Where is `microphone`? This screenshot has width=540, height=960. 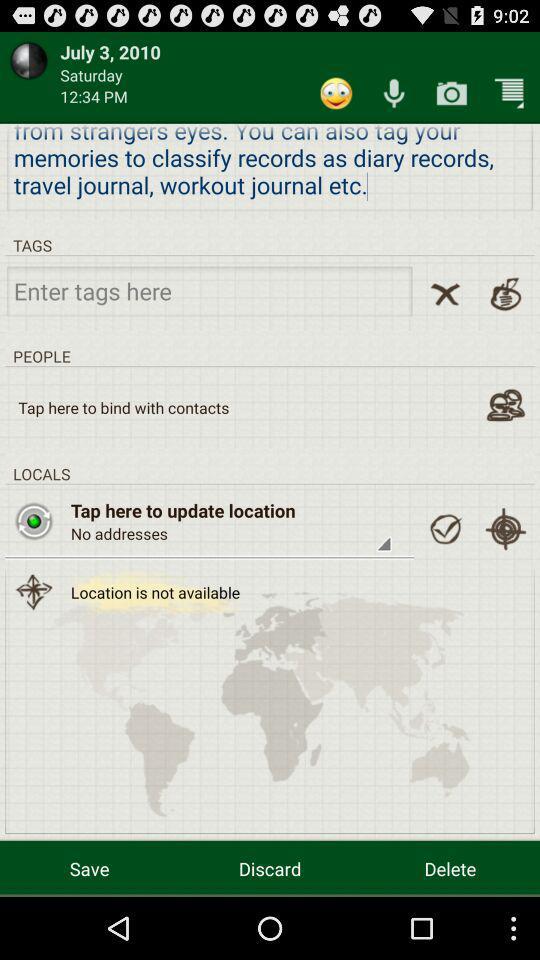 microphone is located at coordinates (394, 93).